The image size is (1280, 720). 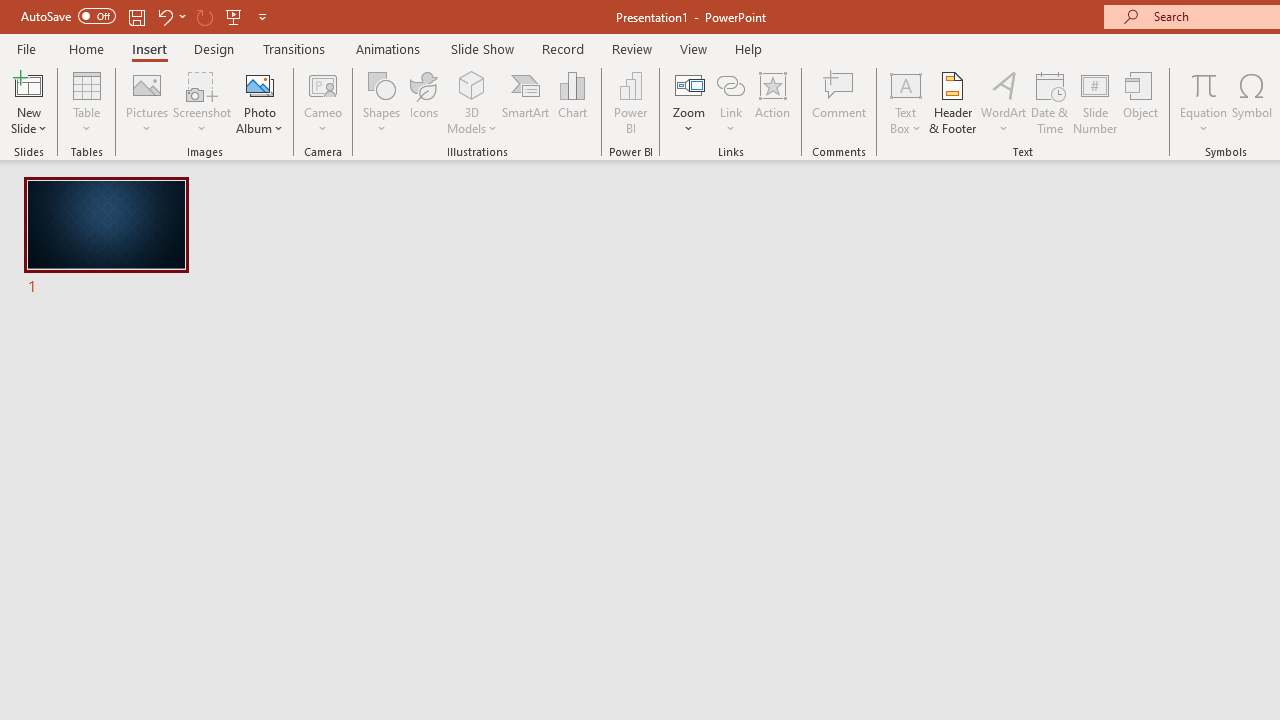 I want to click on 'Shapes', so click(x=382, y=103).